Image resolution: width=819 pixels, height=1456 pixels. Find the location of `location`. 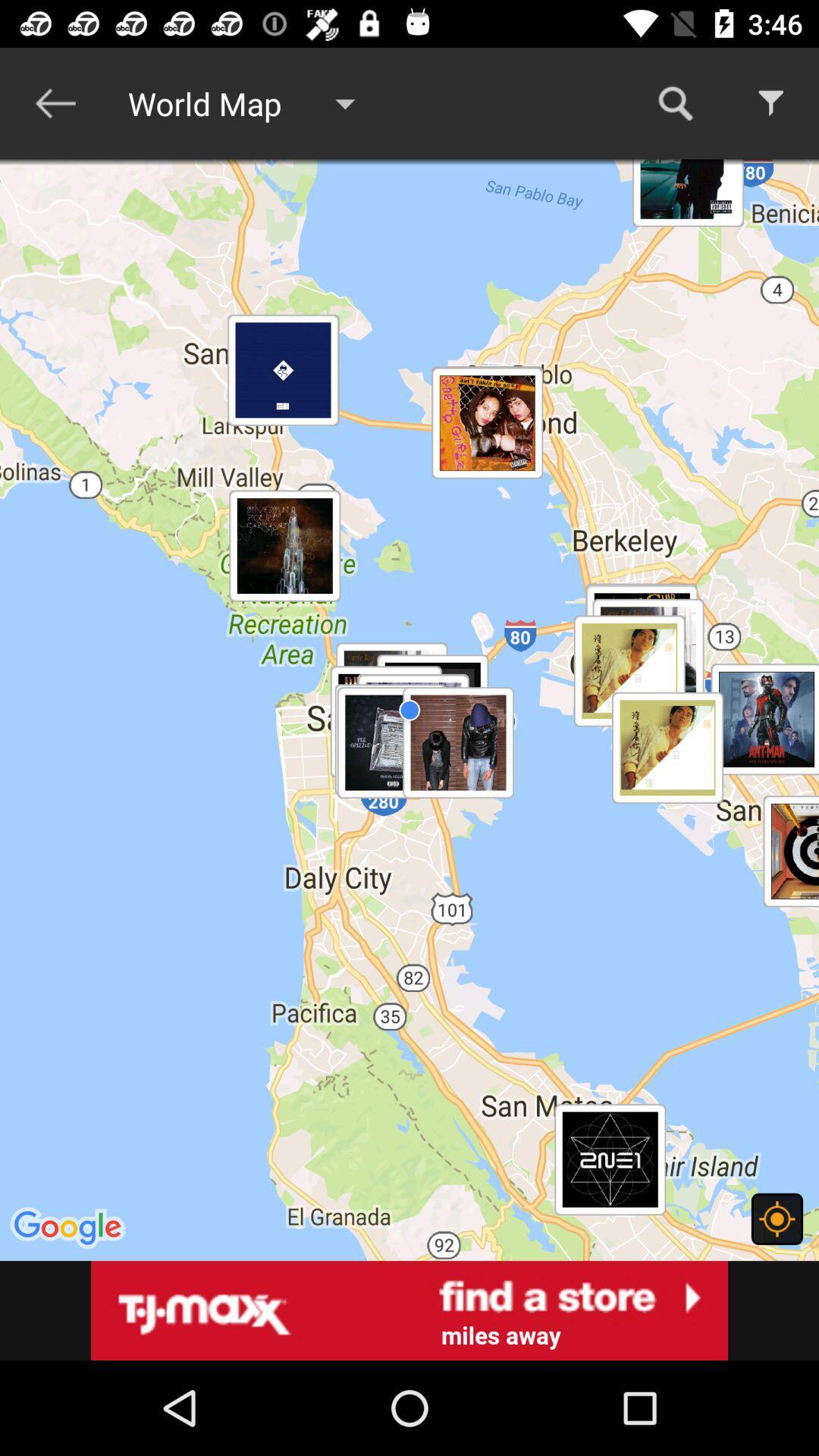

location is located at coordinates (777, 1219).